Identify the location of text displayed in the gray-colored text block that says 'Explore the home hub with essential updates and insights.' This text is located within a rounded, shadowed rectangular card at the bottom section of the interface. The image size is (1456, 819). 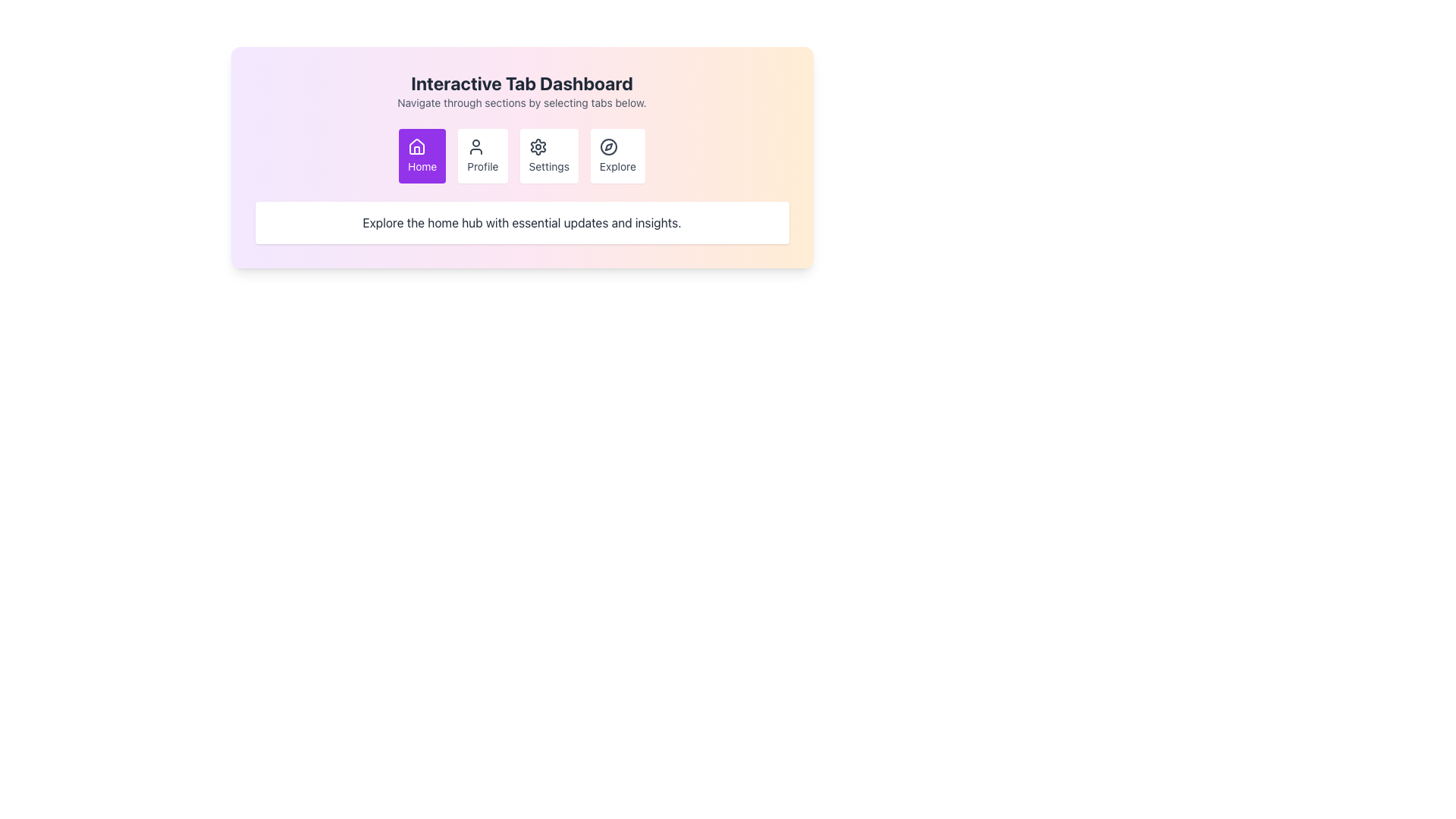
(522, 222).